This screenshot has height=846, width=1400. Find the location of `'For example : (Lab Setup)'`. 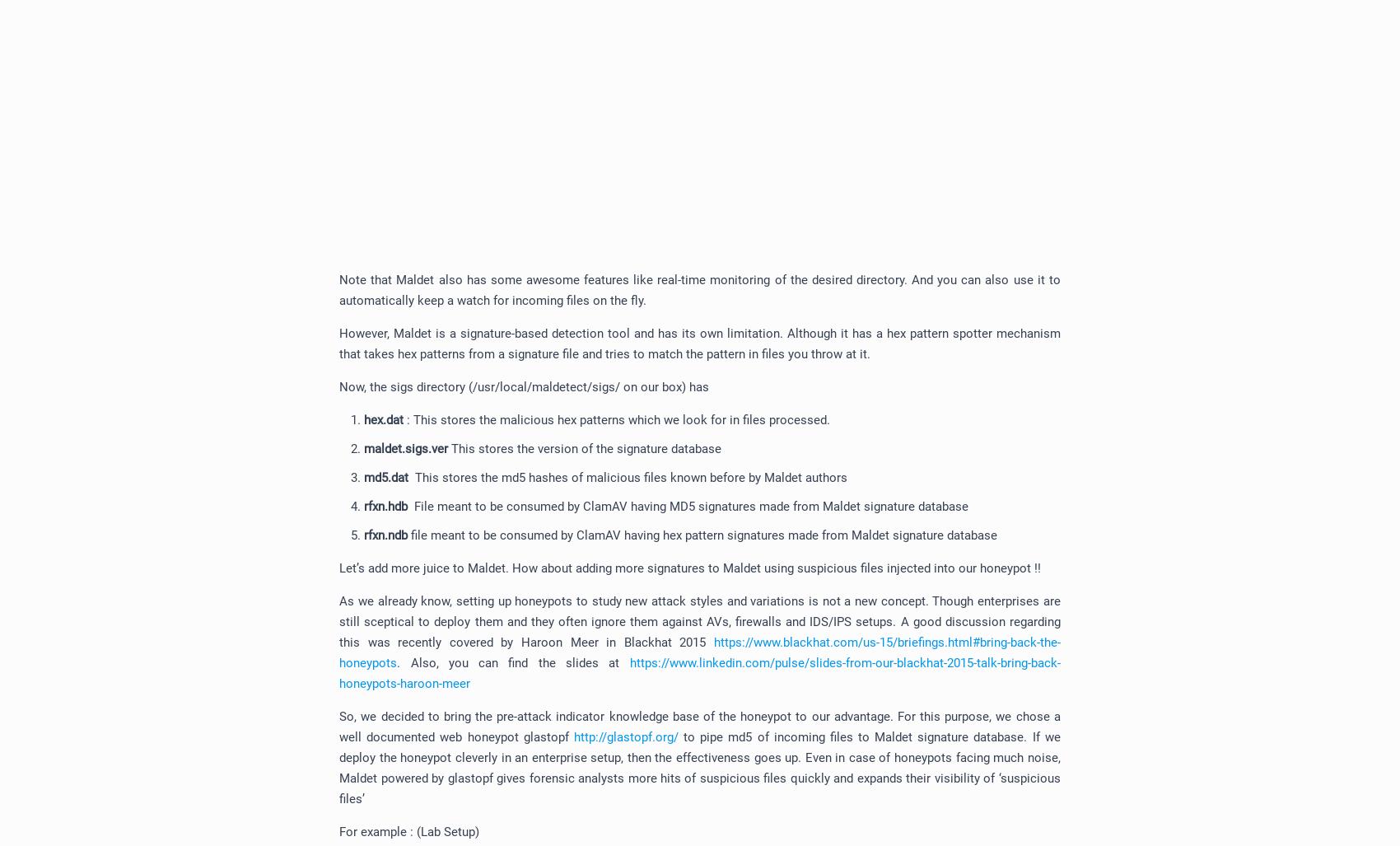

'For example : (Lab Setup)' is located at coordinates (338, 830).